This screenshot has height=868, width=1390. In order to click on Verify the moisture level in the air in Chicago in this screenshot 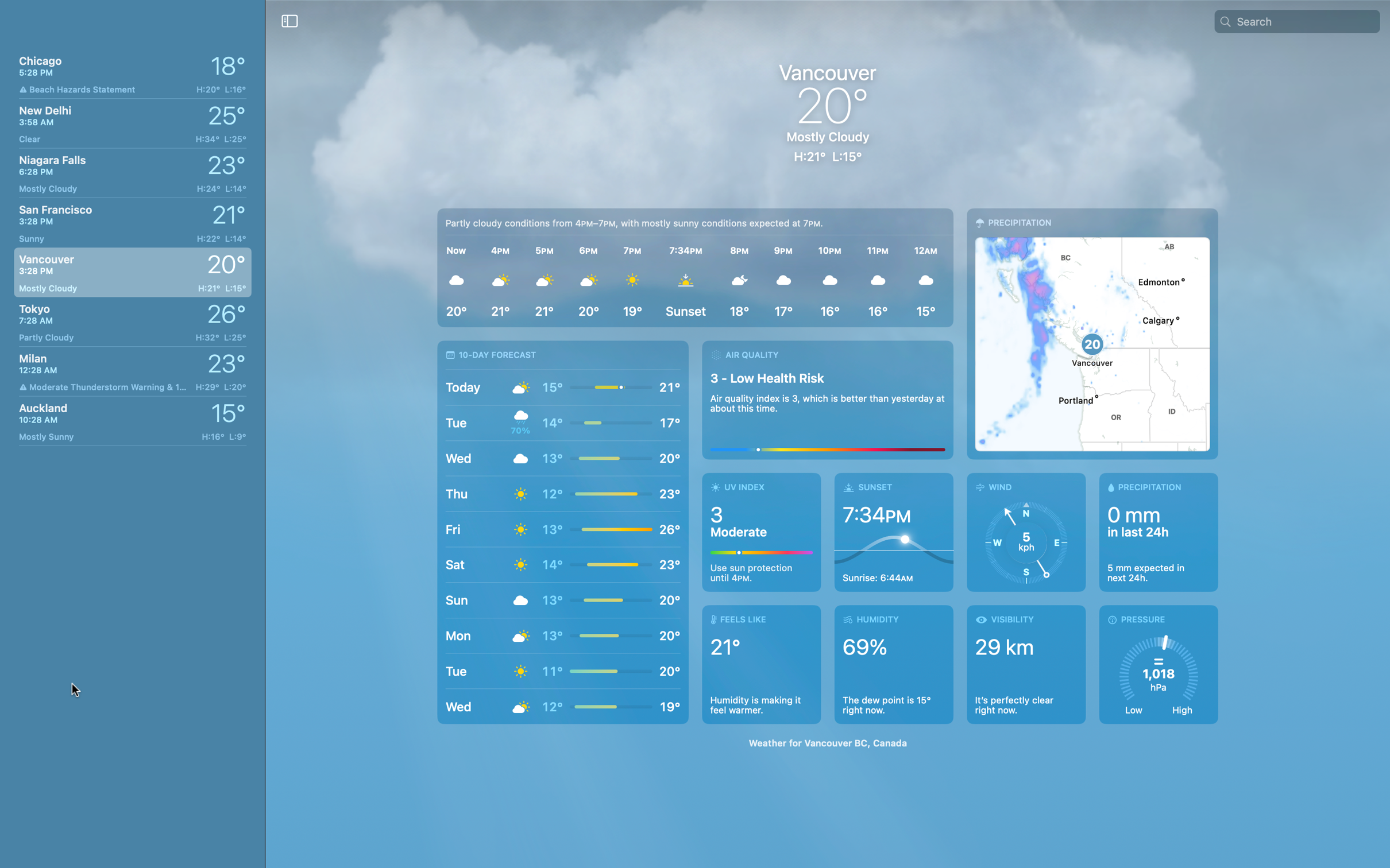, I will do `click(896, 665)`.